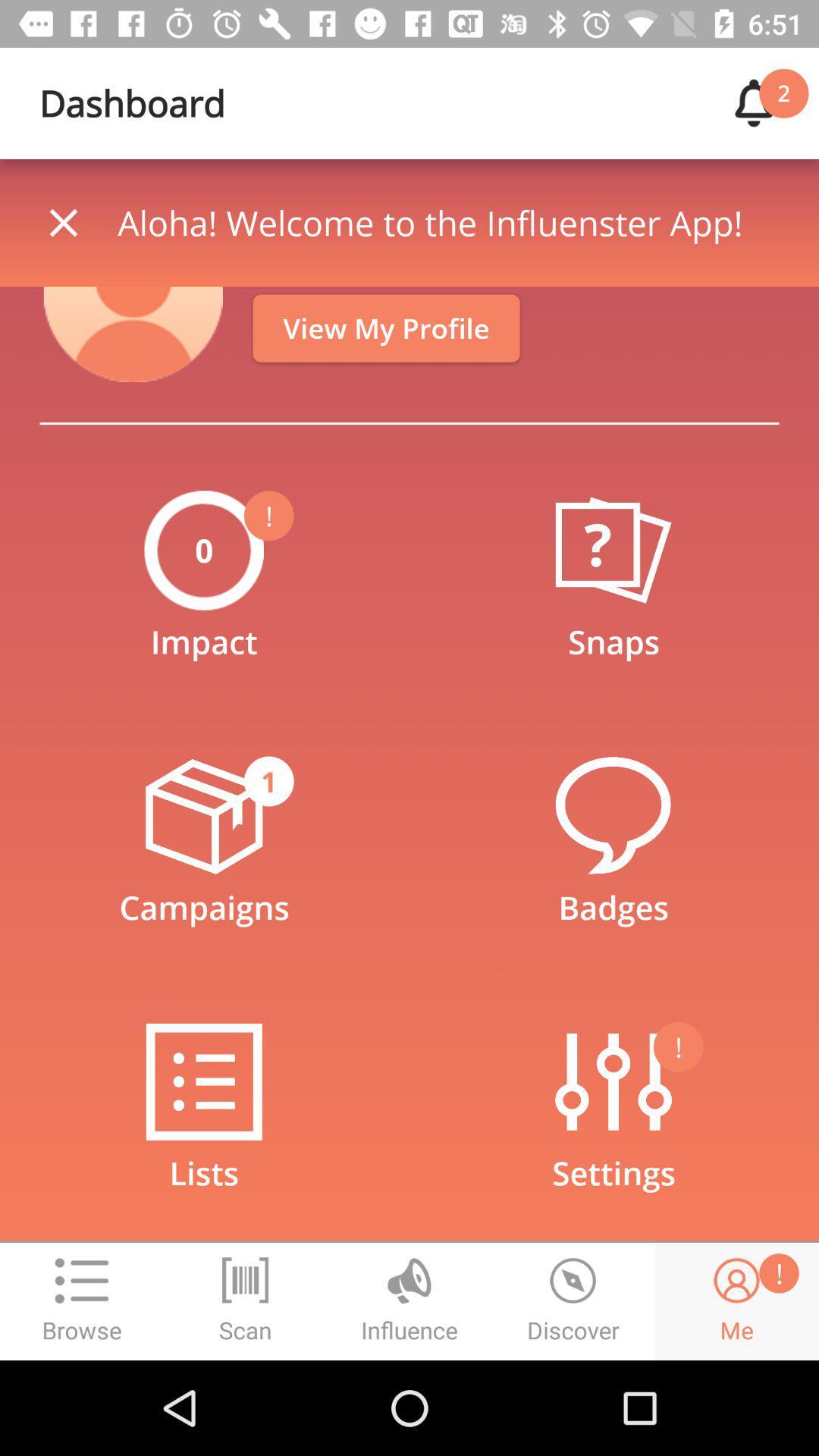 The image size is (819, 1456). What do you see at coordinates (613, 815) in the screenshot?
I see `the chat icon` at bounding box center [613, 815].